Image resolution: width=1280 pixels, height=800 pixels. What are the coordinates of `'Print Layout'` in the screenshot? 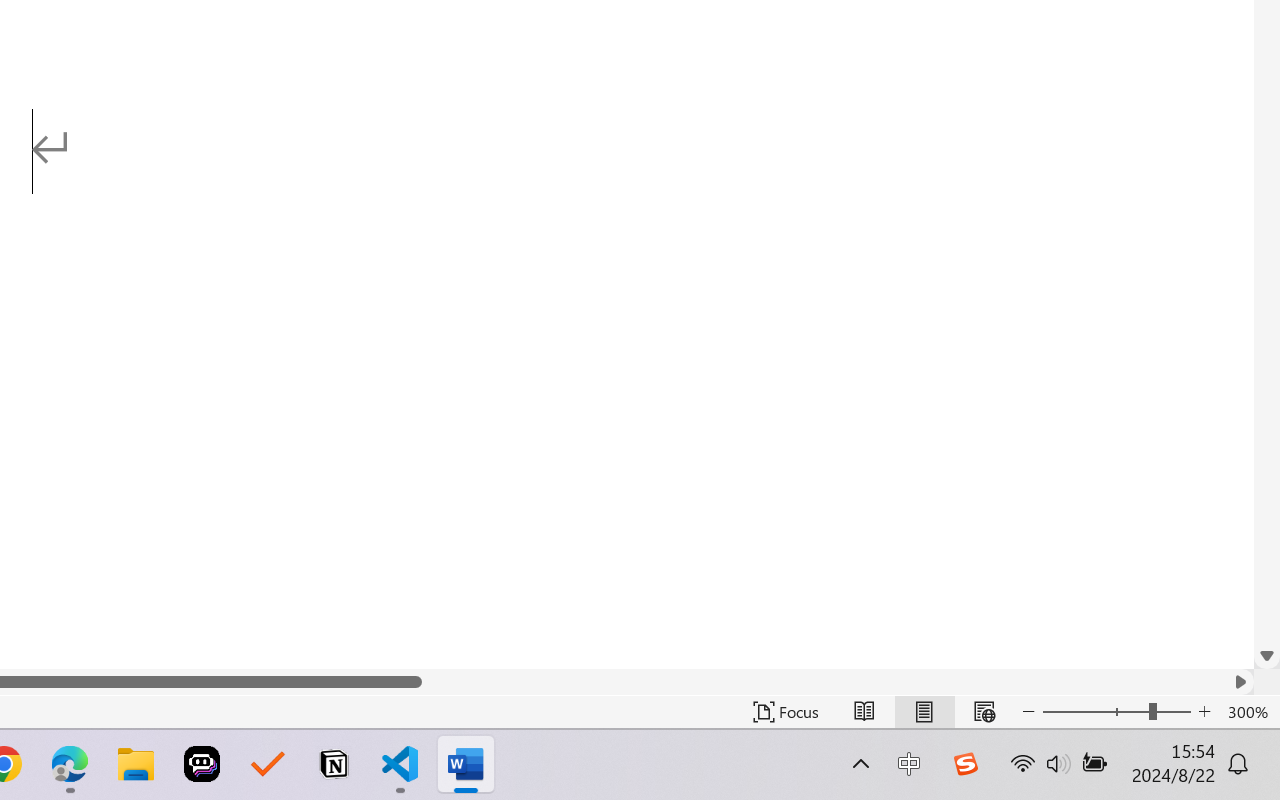 It's located at (923, 711).